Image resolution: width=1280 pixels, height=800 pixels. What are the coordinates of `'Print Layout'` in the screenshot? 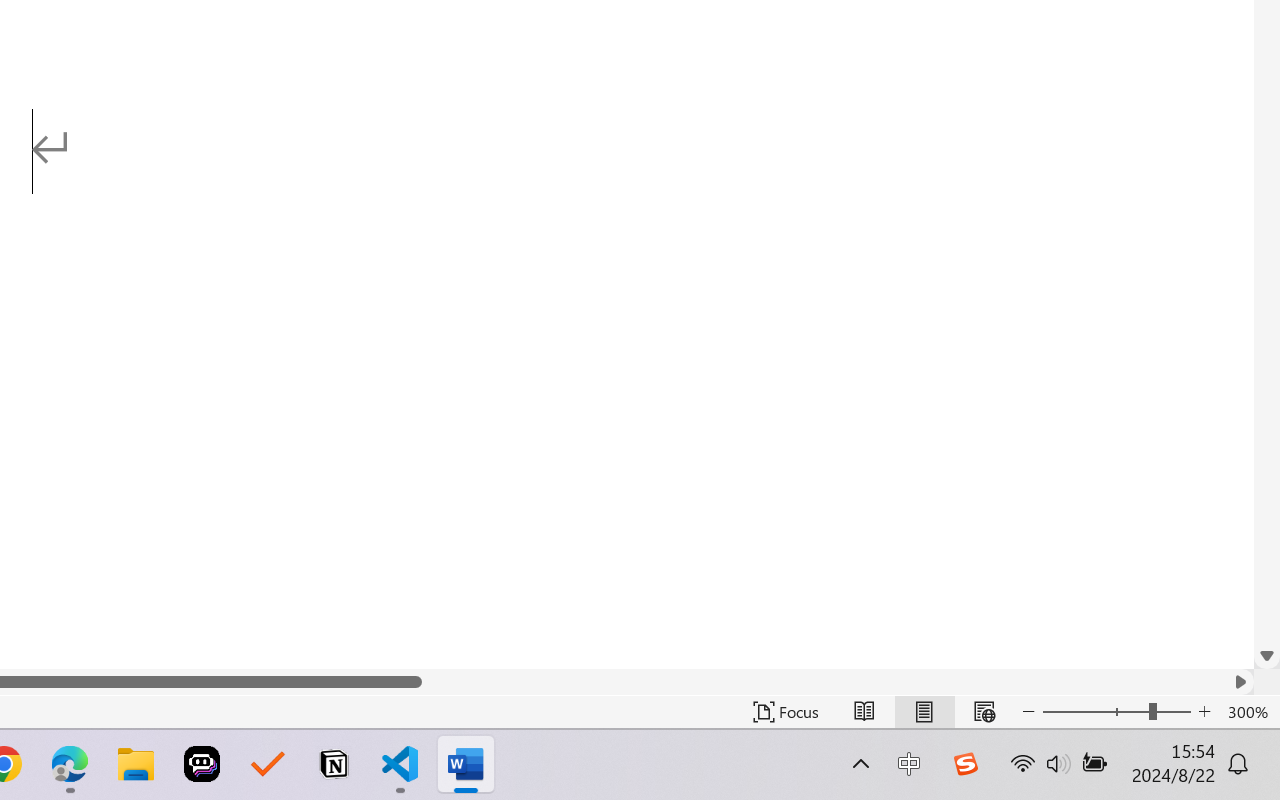 It's located at (923, 711).